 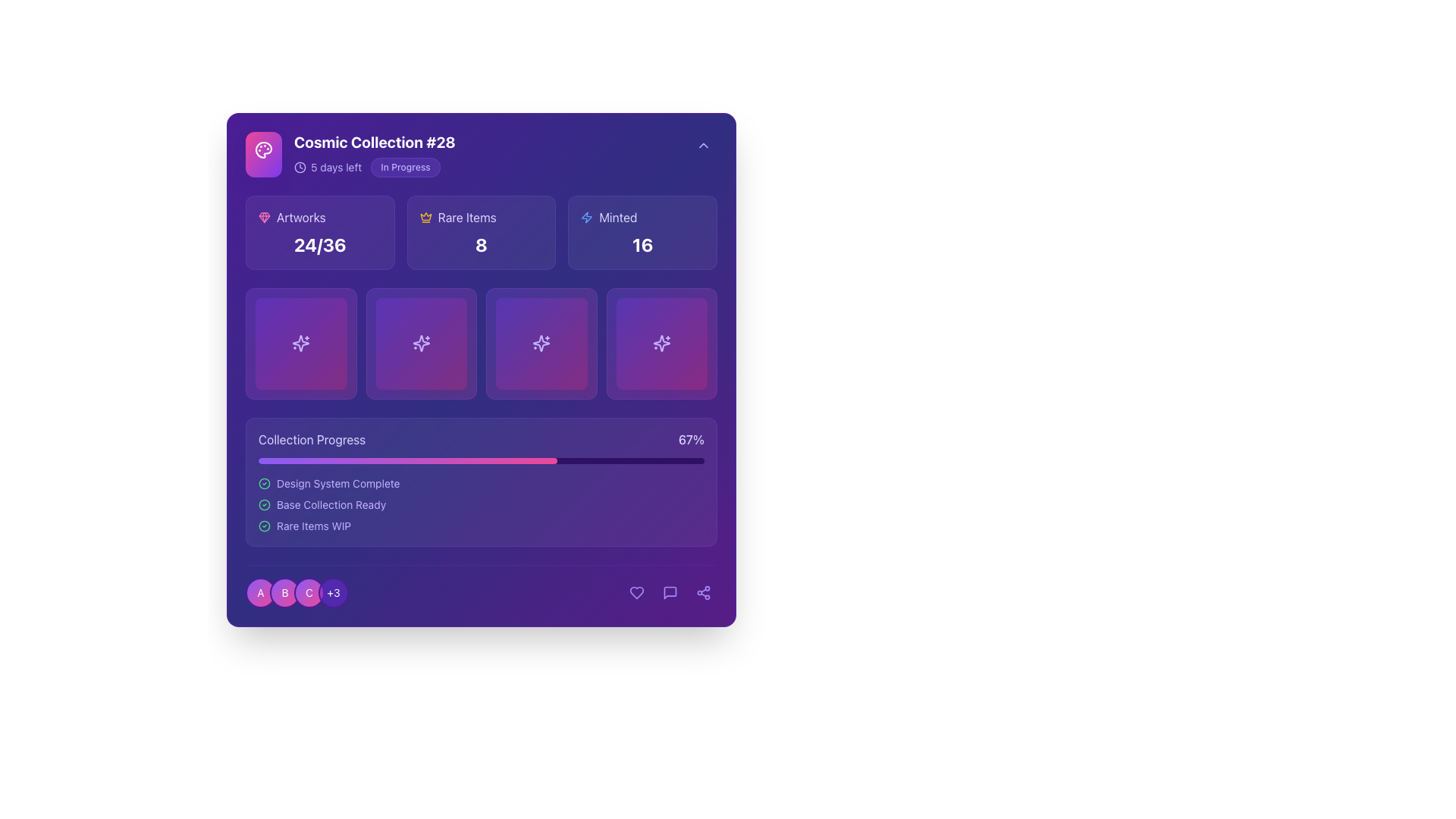 I want to click on the filled portion of the progress bar, which is a horizontally elongated bar with a gradient from violet to pink, positioned centrally within the 'Collection Progress' card interface to view the current progress state, so click(x=407, y=460).